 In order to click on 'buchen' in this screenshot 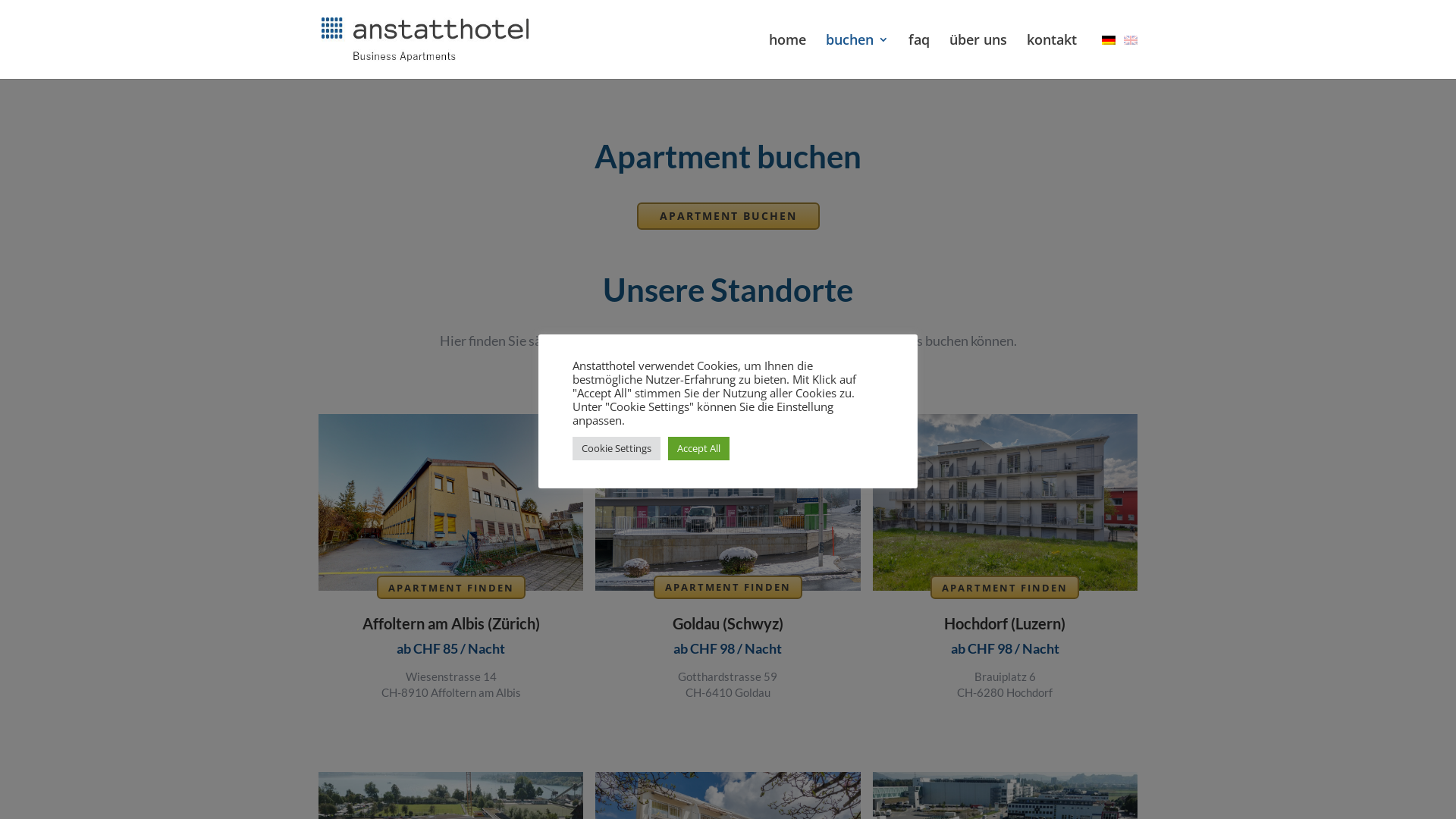, I will do `click(857, 55)`.